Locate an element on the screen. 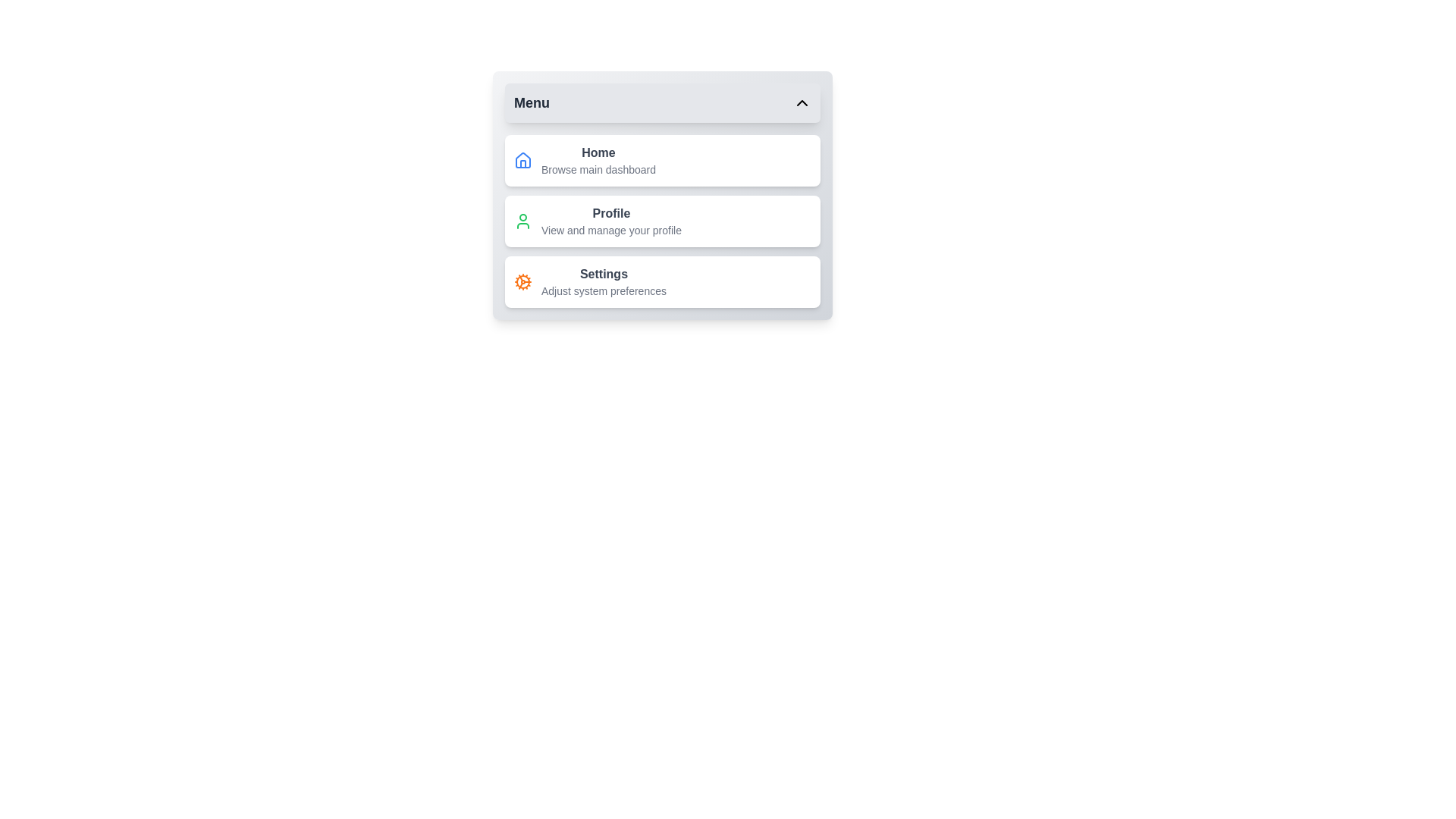  the icon associated with the menu item Home is located at coordinates (523, 161).